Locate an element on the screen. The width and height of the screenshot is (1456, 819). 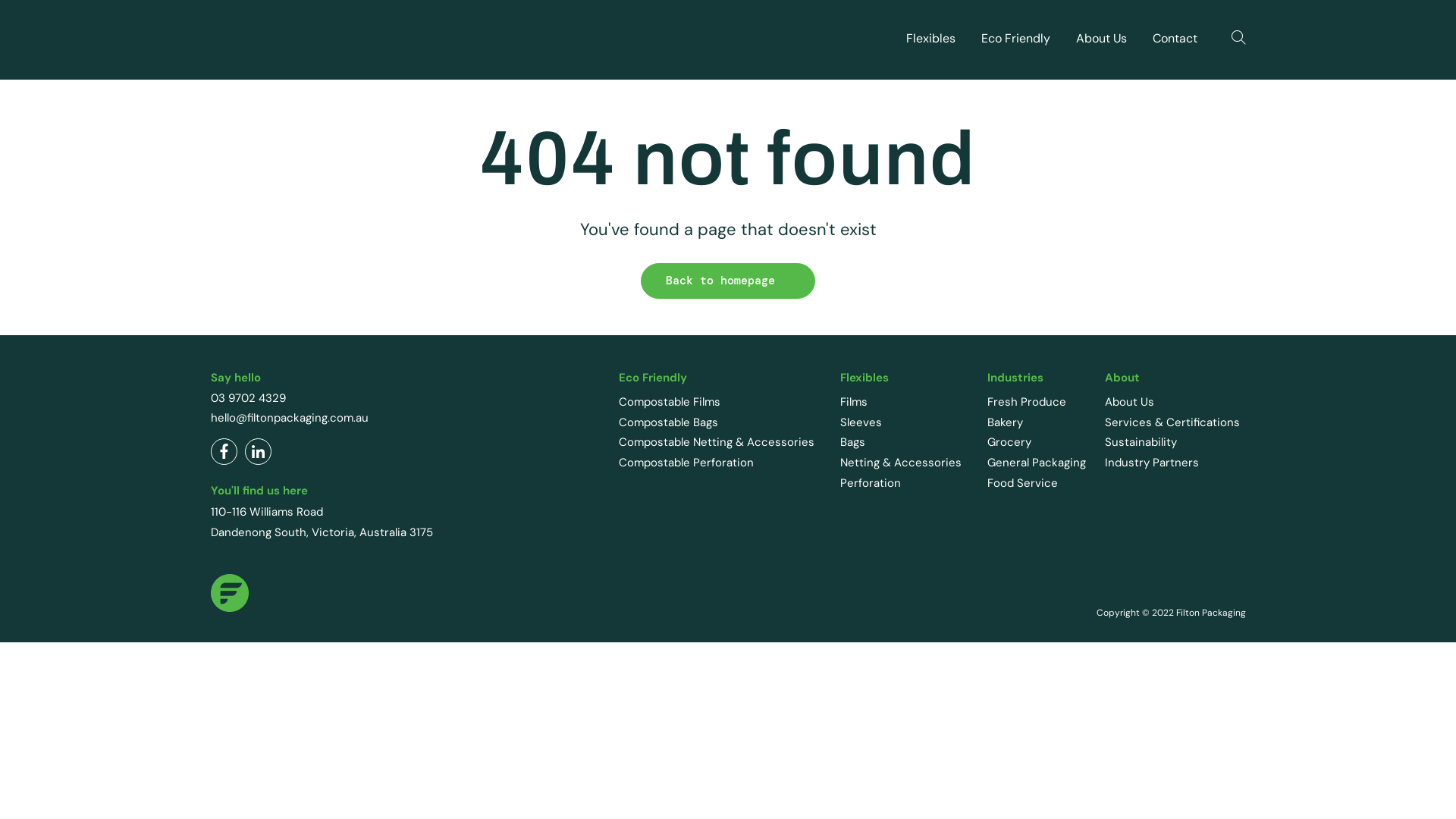
'Compostable Bags' is located at coordinates (619, 422).